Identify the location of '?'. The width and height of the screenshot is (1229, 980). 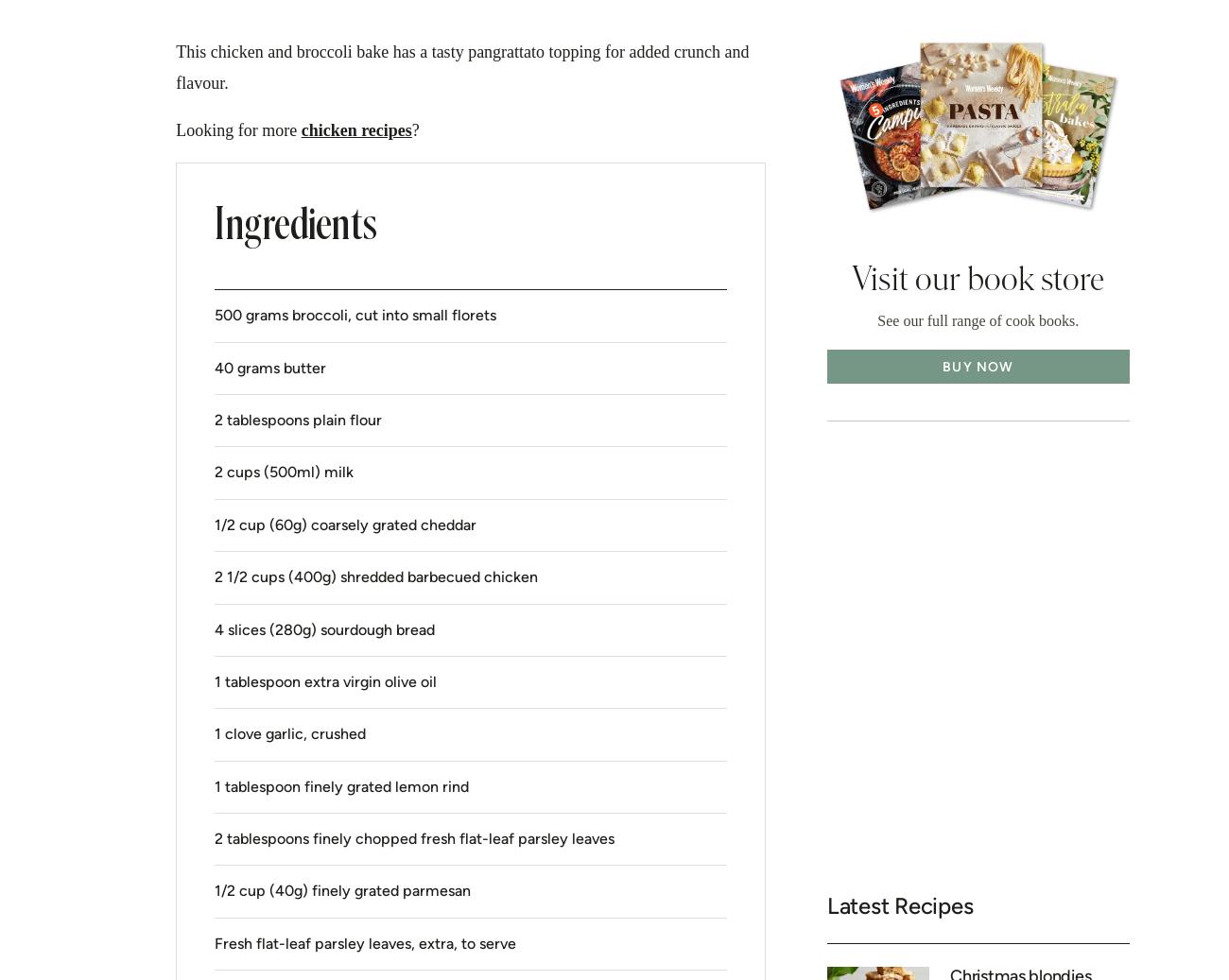
(409, 128).